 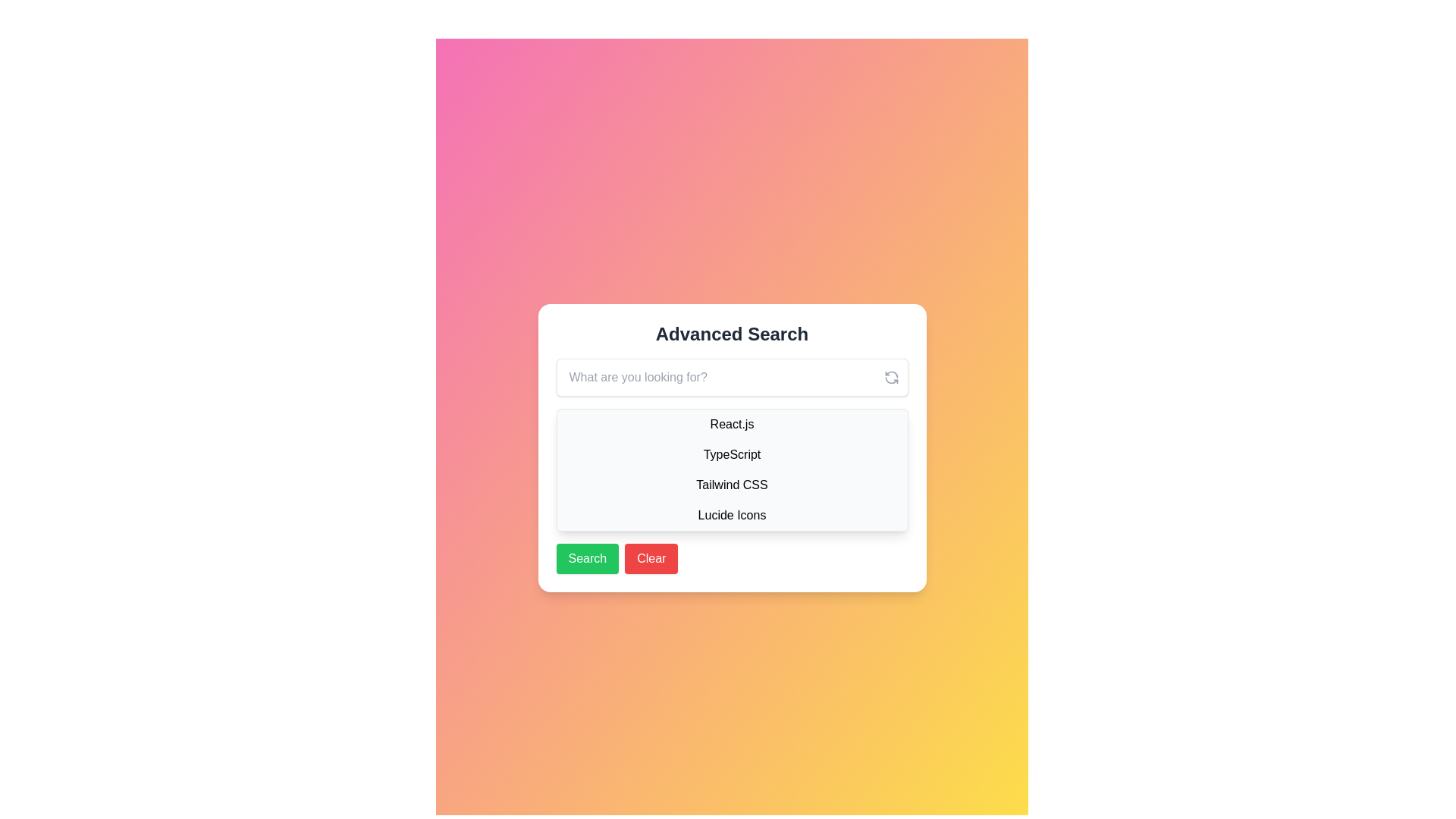 What do you see at coordinates (891, 379) in the screenshot?
I see `the third curved vector stroke element in the icon within the search input box of the 'Advanced Search' panel` at bounding box center [891, 379].